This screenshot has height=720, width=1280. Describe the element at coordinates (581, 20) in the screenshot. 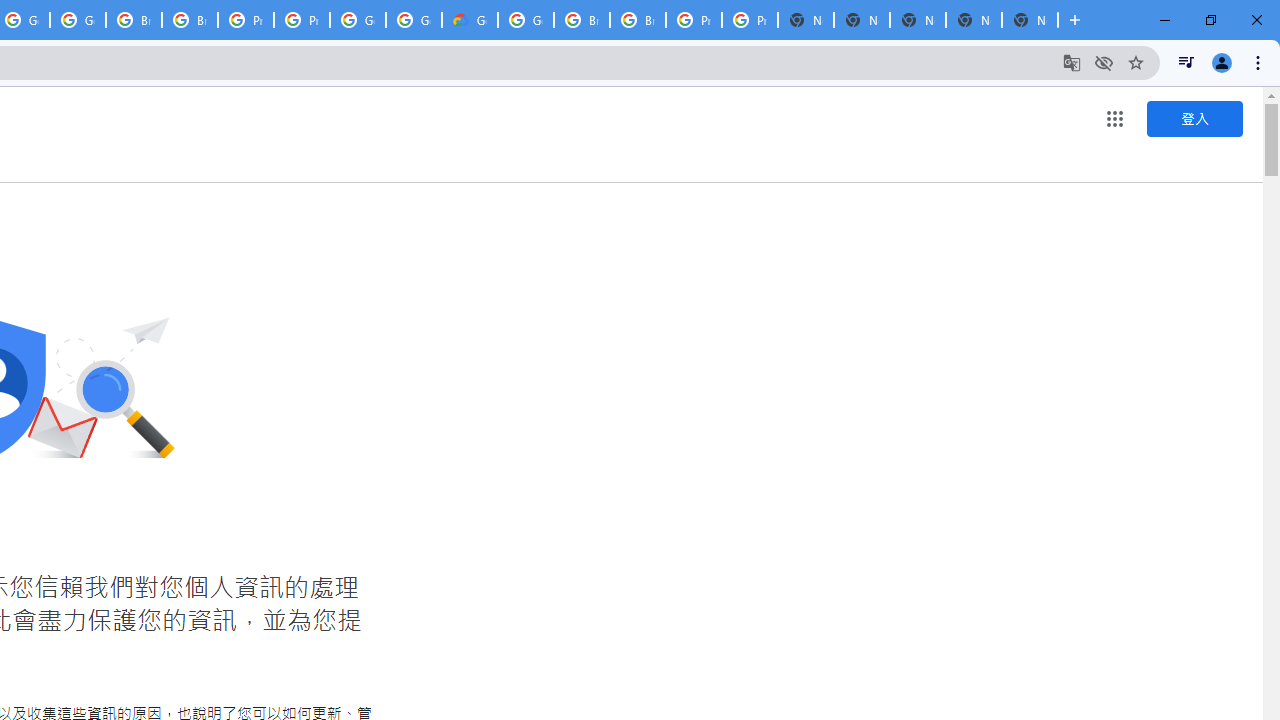

I see `'Browse Chrome as a guest - Computer - Google Chrome Help'` at that location.